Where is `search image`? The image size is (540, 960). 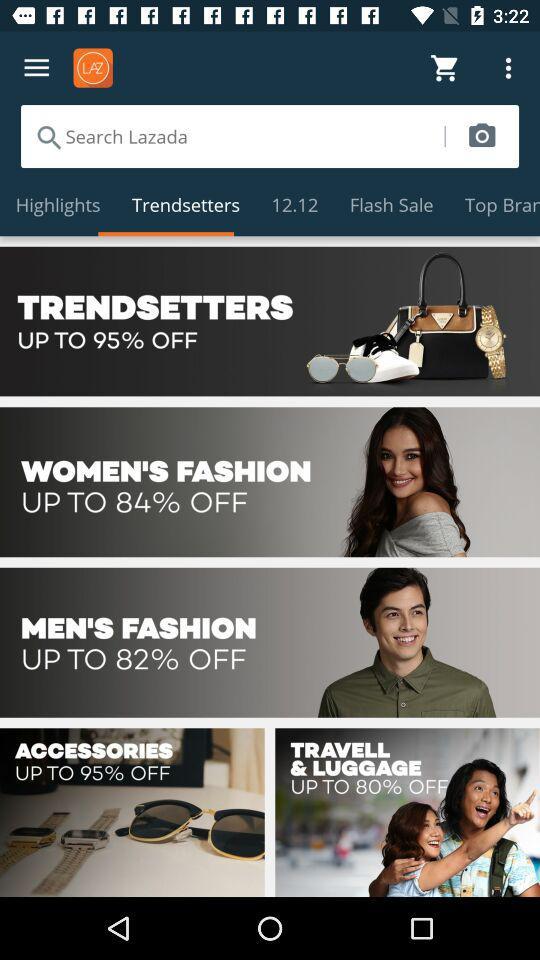
search image is located at coordinates (481, 135).